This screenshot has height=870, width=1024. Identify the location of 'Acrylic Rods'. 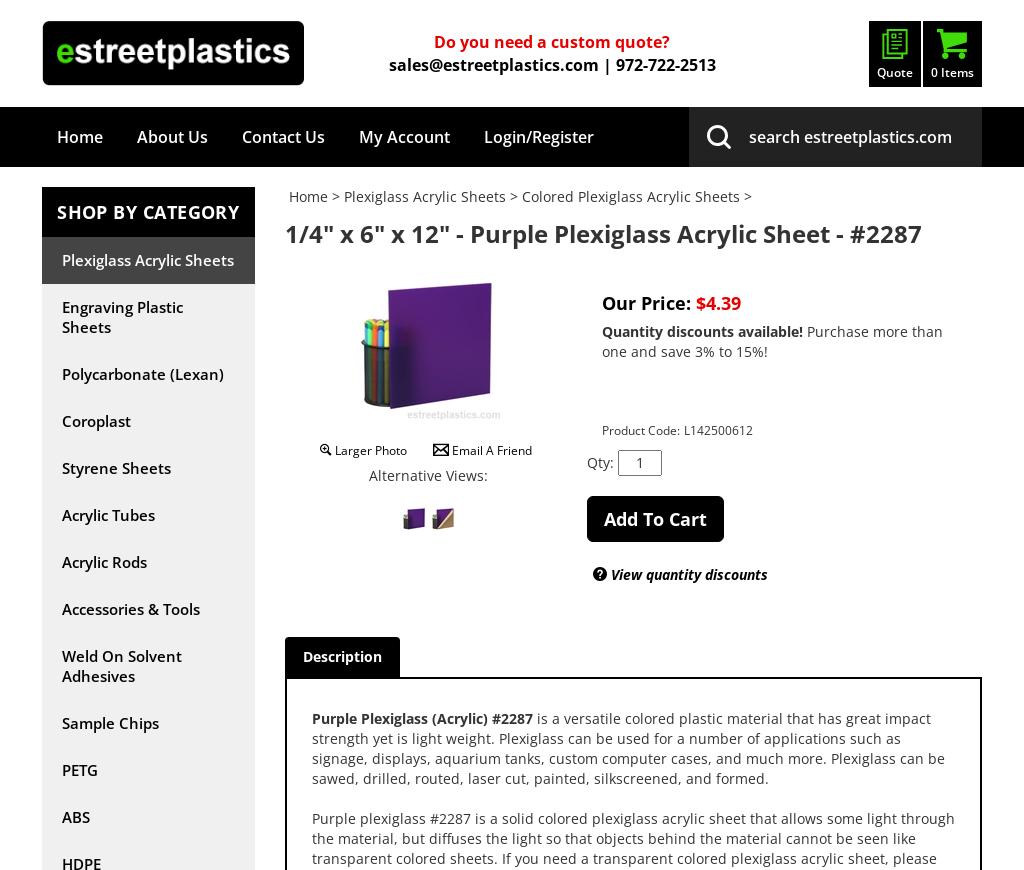
(60, 561).